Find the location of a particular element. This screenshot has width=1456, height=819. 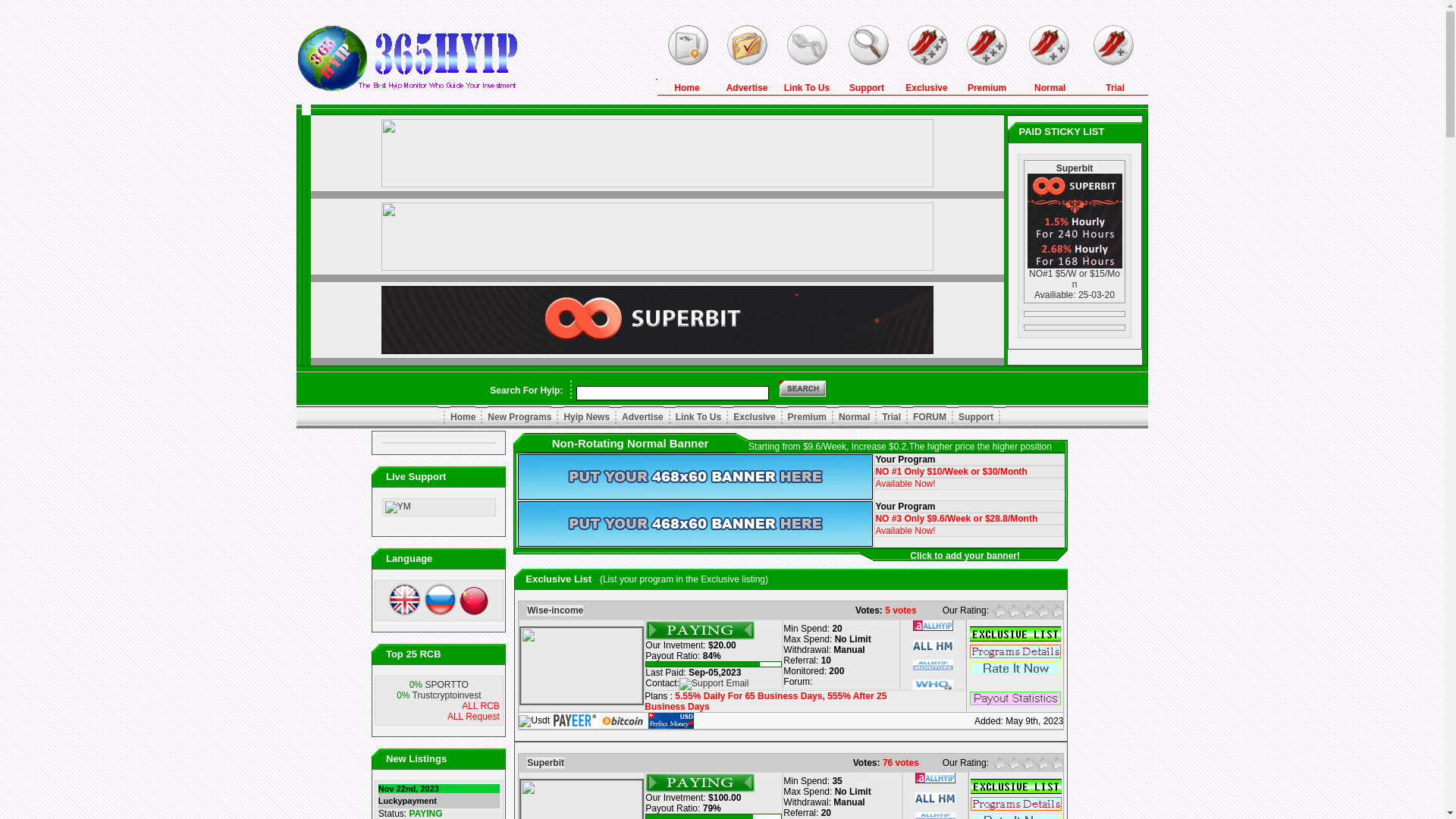

'NO #1 Only $10/Week or $30/Month' is located at coordinates (874, 470).